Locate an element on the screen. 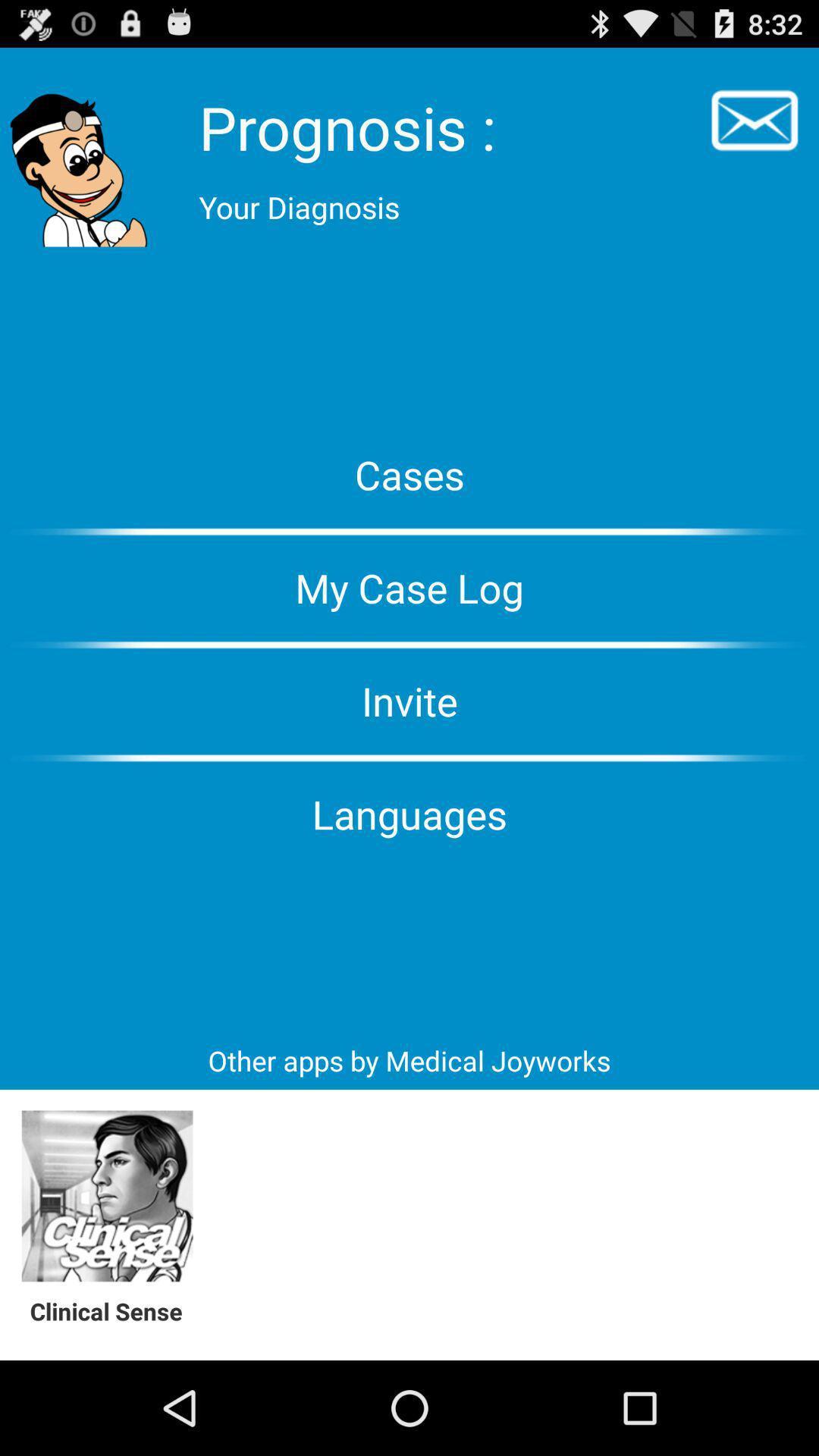 This screenshot has width=819, height=1456. the my case log item is located at coordinates (409, 587).